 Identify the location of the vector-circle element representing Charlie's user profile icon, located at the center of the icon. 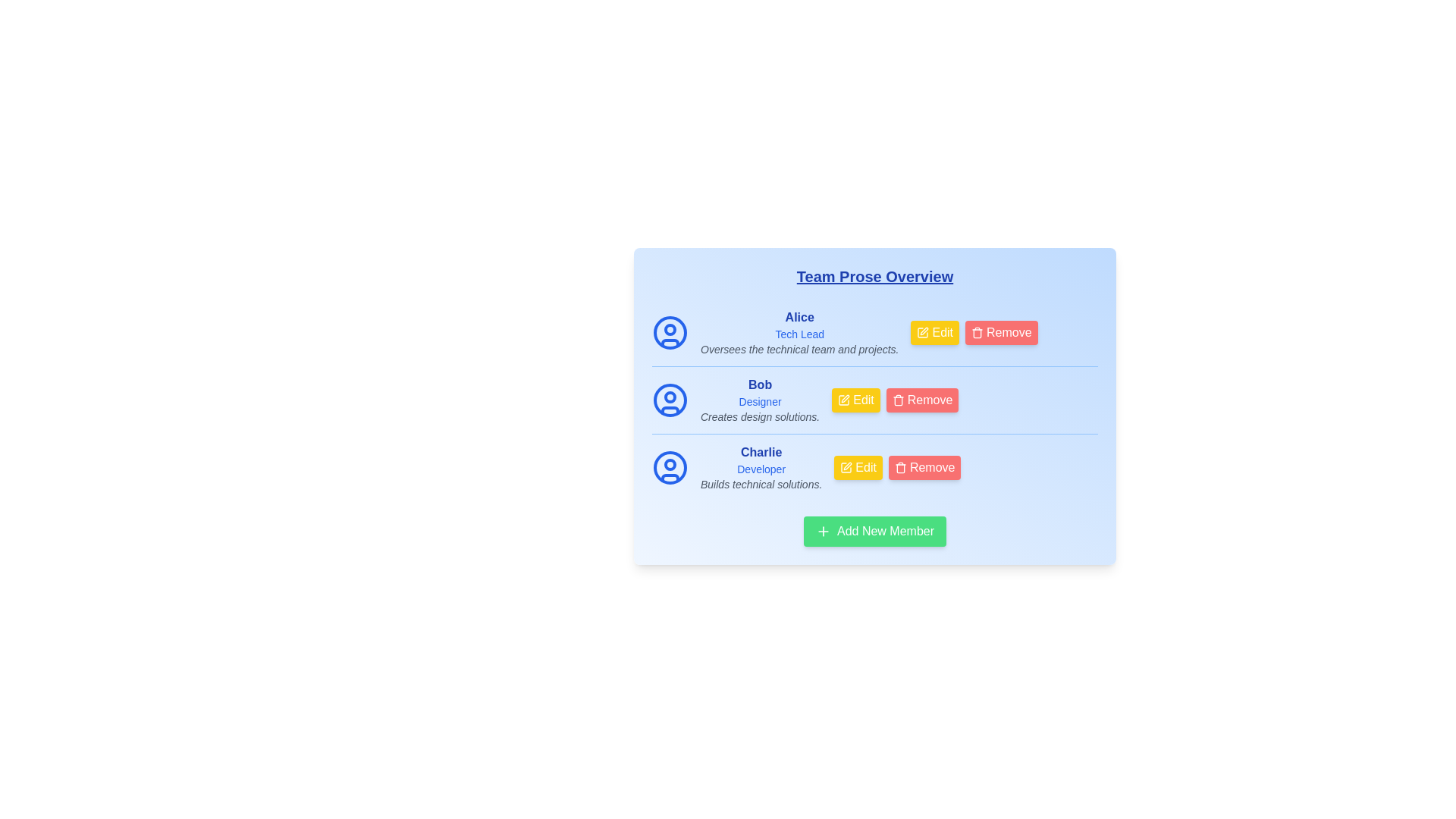
(669, 467).